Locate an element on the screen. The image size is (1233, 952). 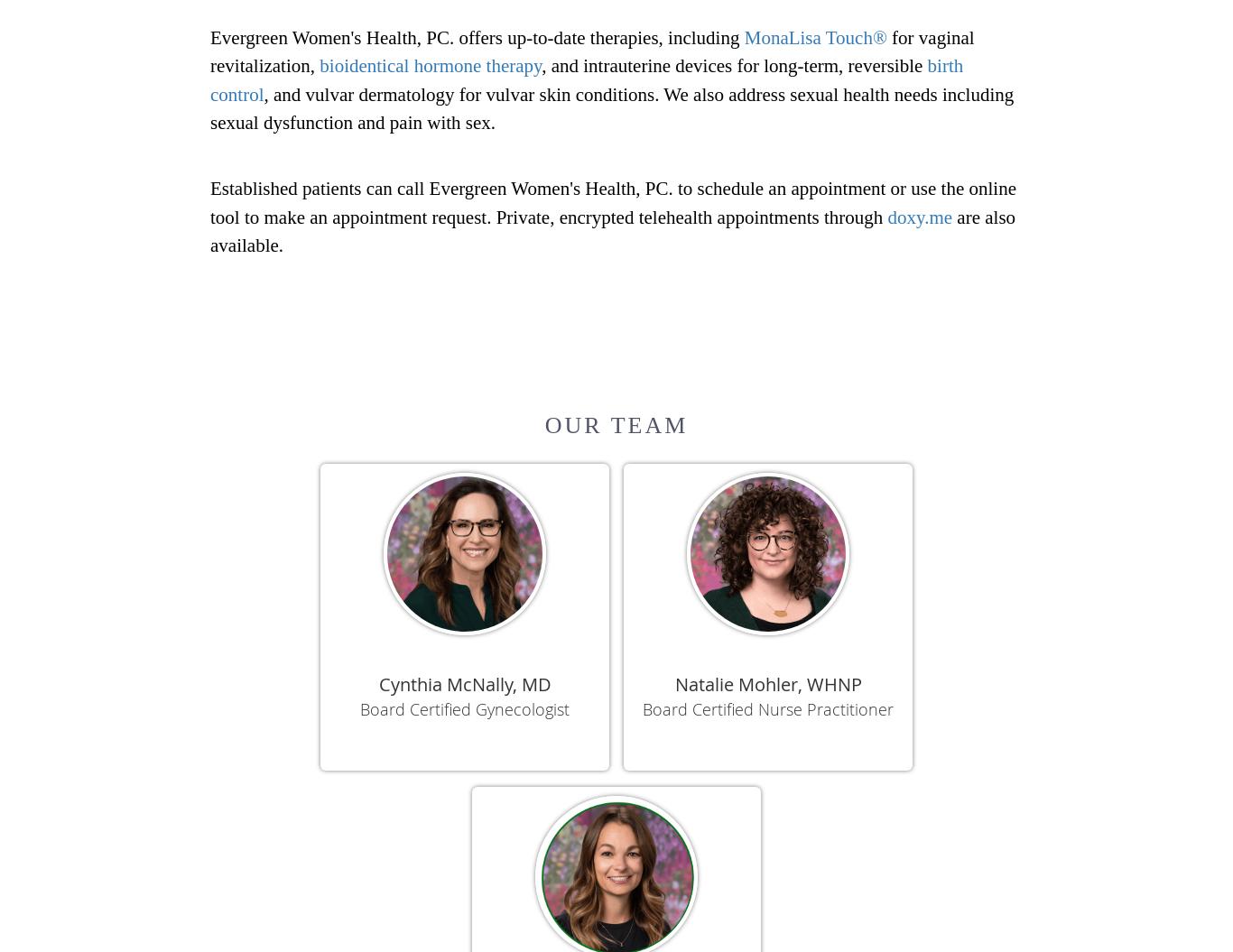
'Our Team' is located at coordinates (615, 425).